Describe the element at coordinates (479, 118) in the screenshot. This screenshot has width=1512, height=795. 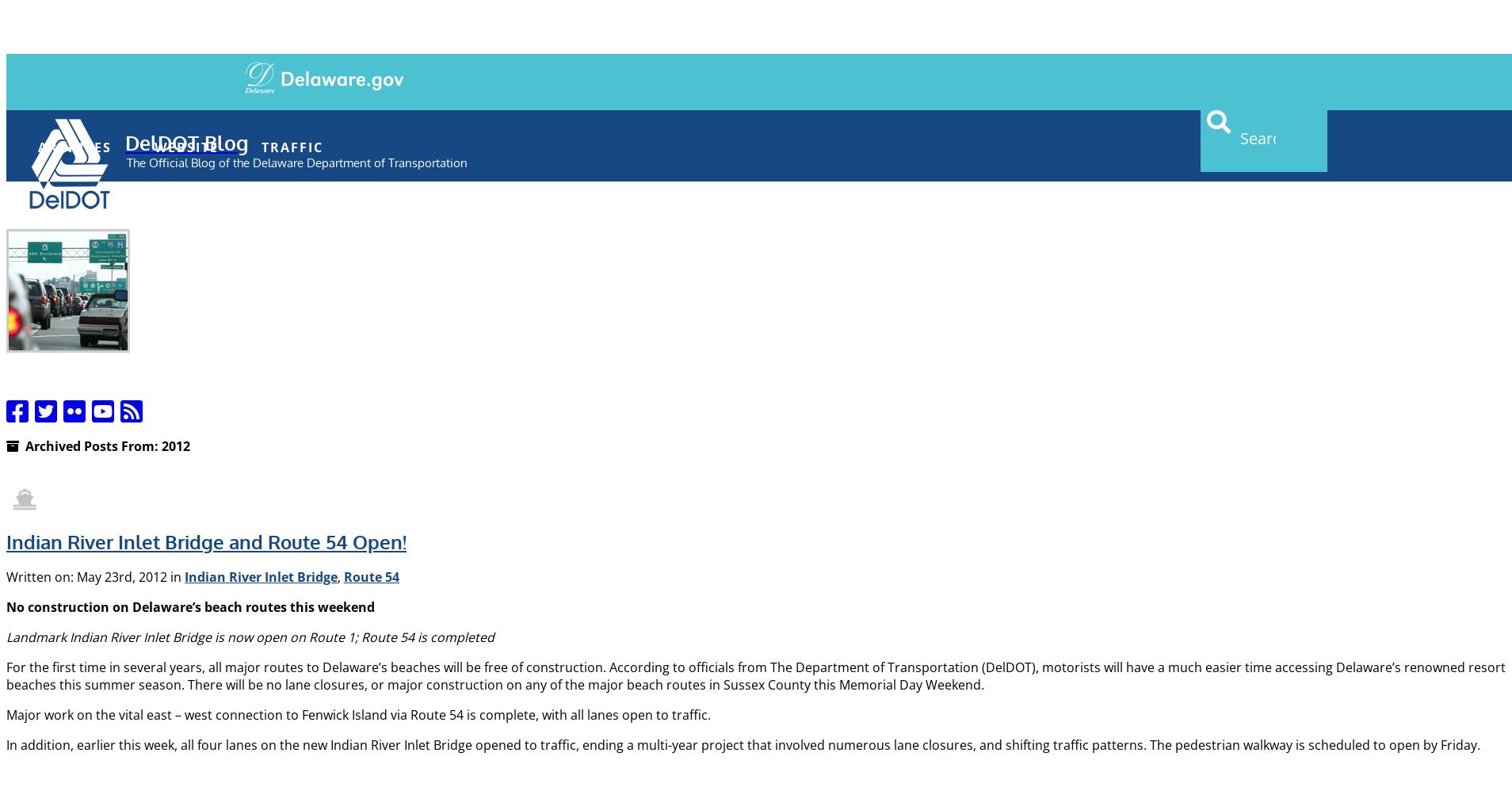
I see `'Topics'` at that location.